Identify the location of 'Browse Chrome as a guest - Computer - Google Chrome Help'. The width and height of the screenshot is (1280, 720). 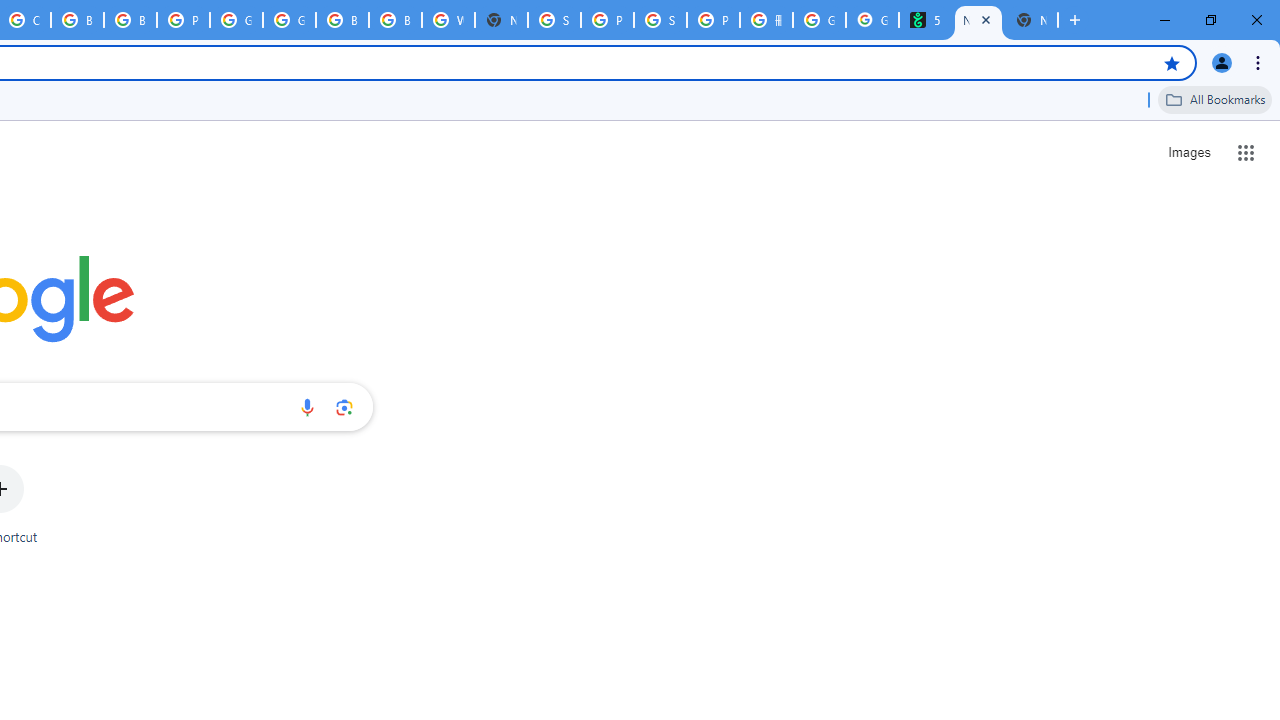
(129, 20).